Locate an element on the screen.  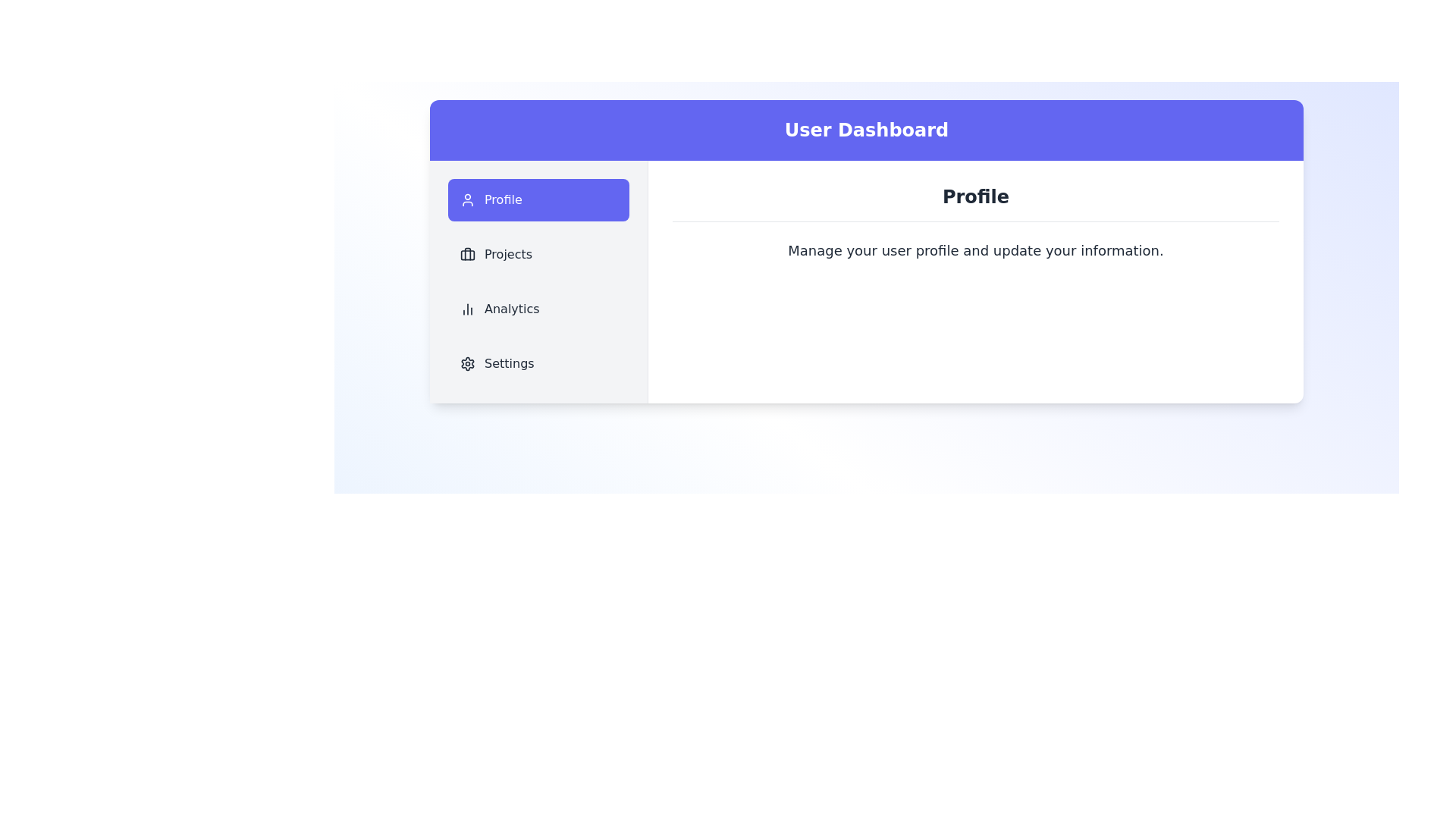
the Analytics tab in the sidebar is located at coordinates (538, 309).